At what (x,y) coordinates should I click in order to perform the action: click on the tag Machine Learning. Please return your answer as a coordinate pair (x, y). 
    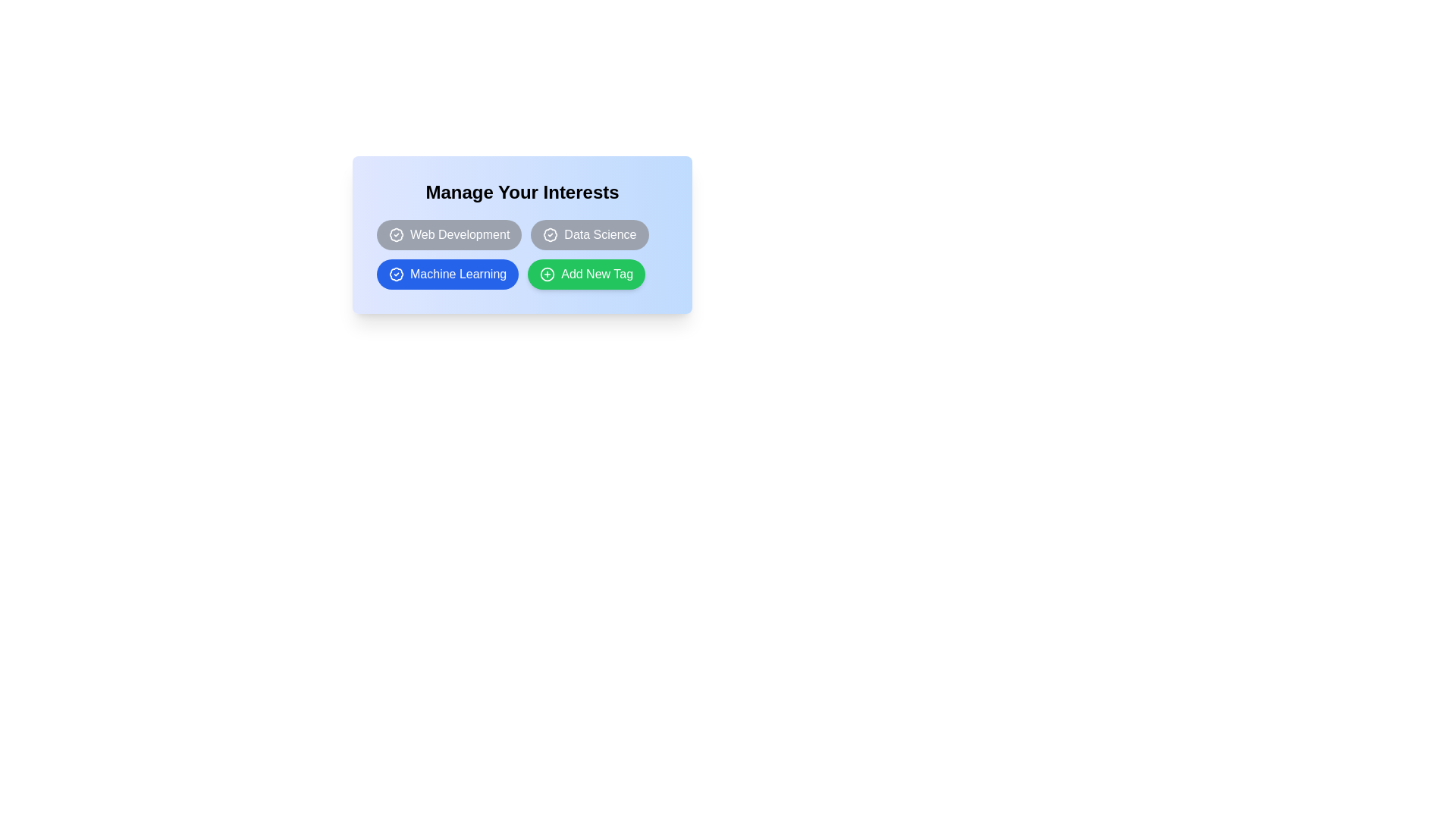
    Looking at the image, I should click on (447, 275).